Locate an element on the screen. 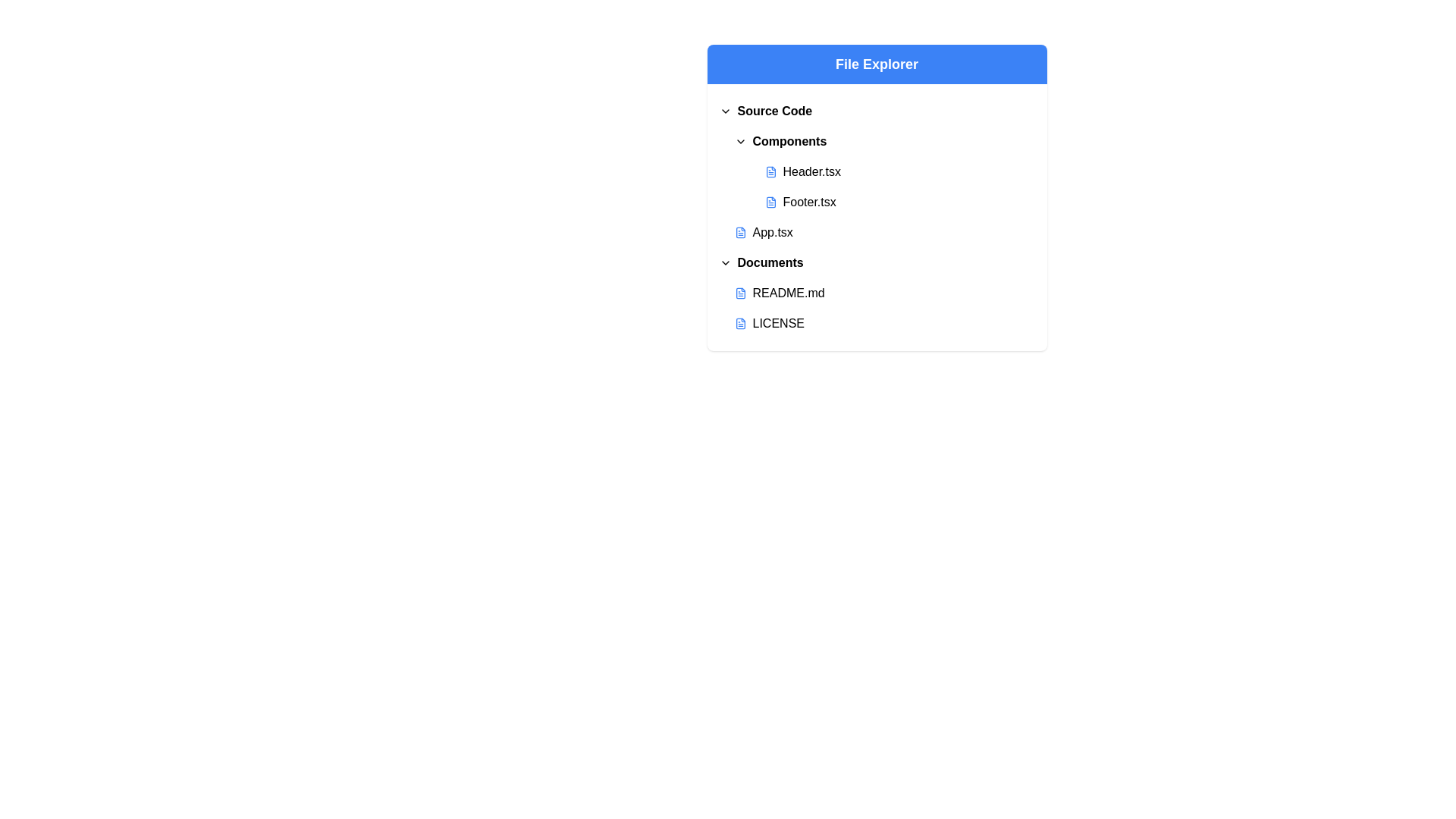  the Illustrational Icon, which is a simplistic file outline icon in blue, located in the file listing area under the 'File Explorer' section, adjacent to 'Header.tsx' is located at coordinates (770, 171).